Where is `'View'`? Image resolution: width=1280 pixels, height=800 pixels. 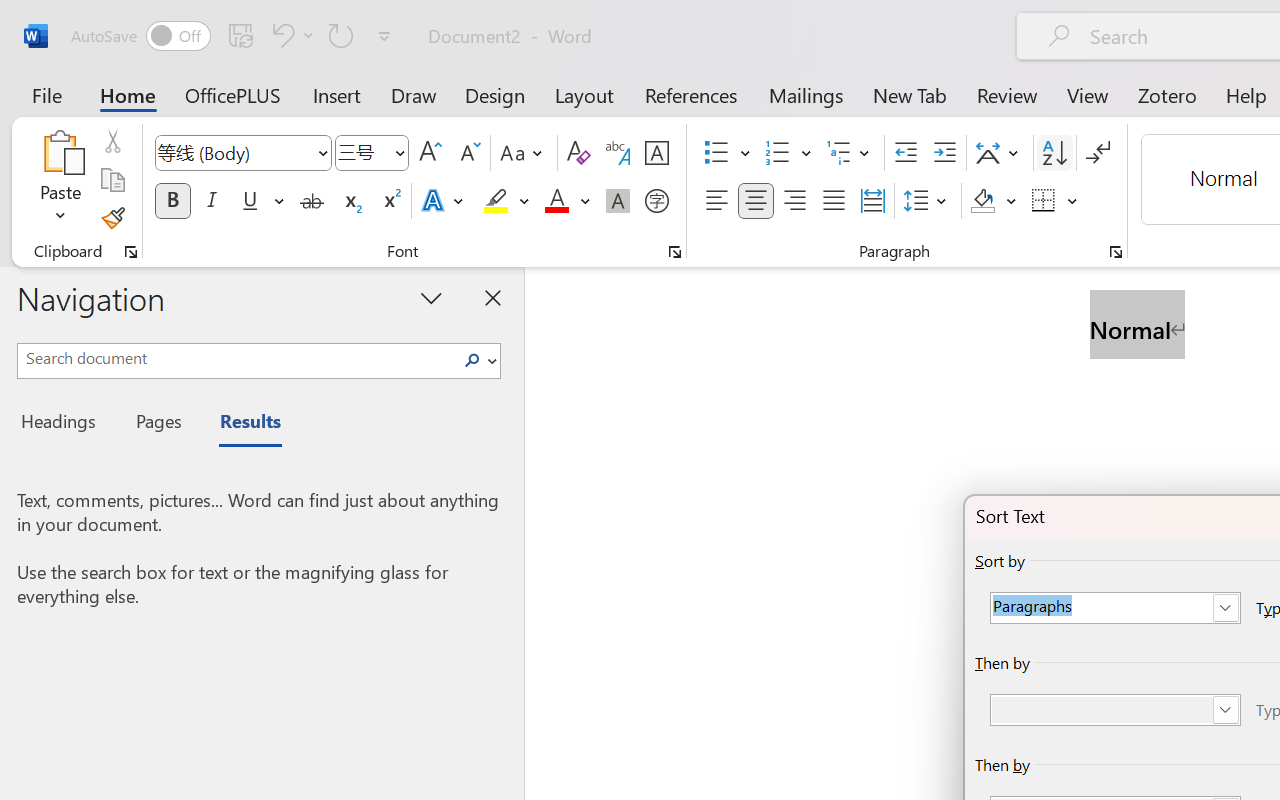
'View' is located at coordinates (1087, 94).